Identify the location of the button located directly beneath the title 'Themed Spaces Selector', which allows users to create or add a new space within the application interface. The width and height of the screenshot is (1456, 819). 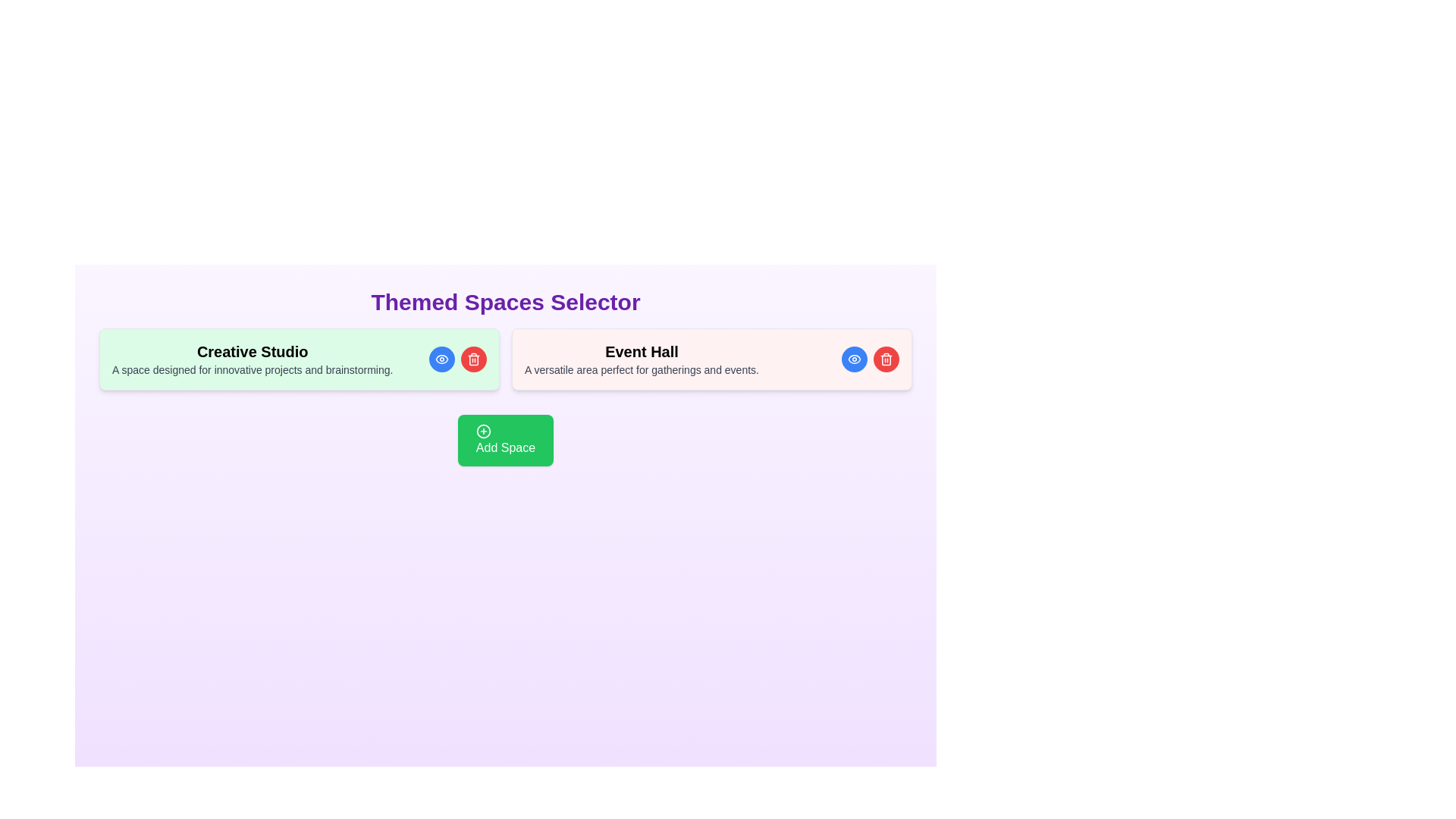
(506, 441).